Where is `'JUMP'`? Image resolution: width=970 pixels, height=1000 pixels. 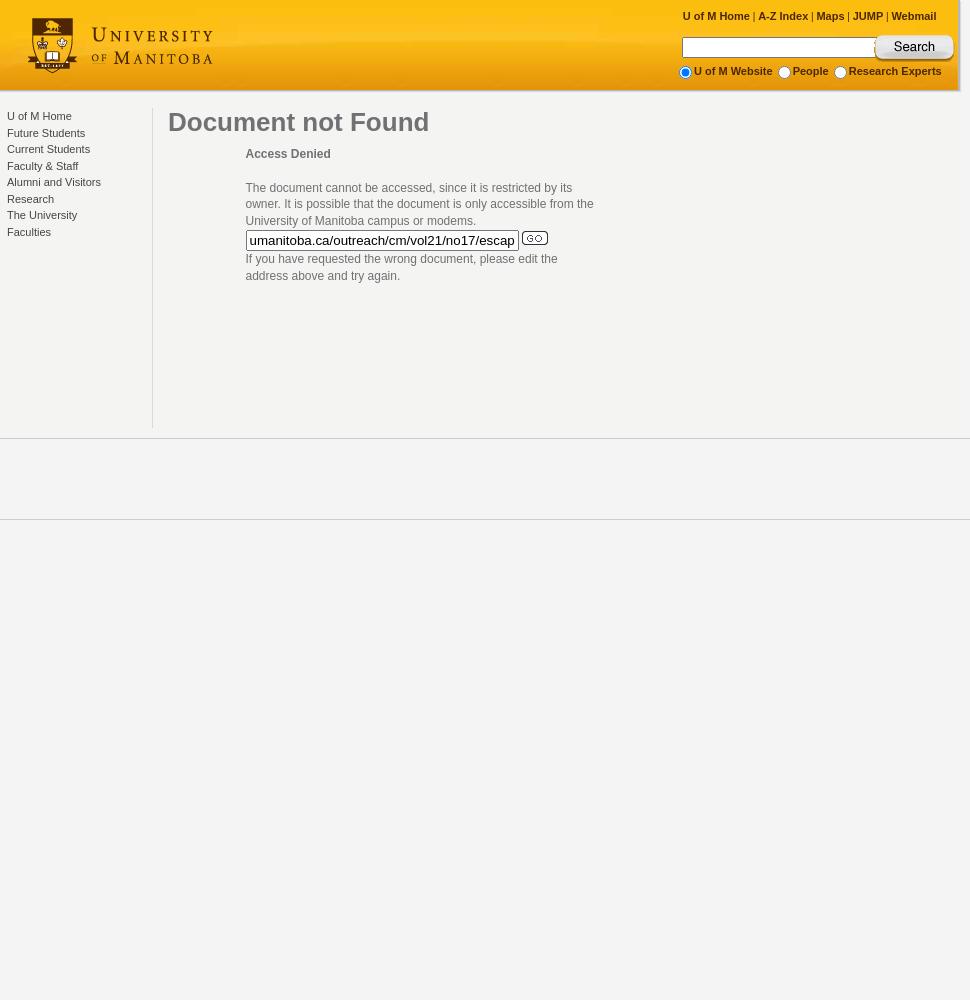 'JUMP' is located at coordinates (851, 16).